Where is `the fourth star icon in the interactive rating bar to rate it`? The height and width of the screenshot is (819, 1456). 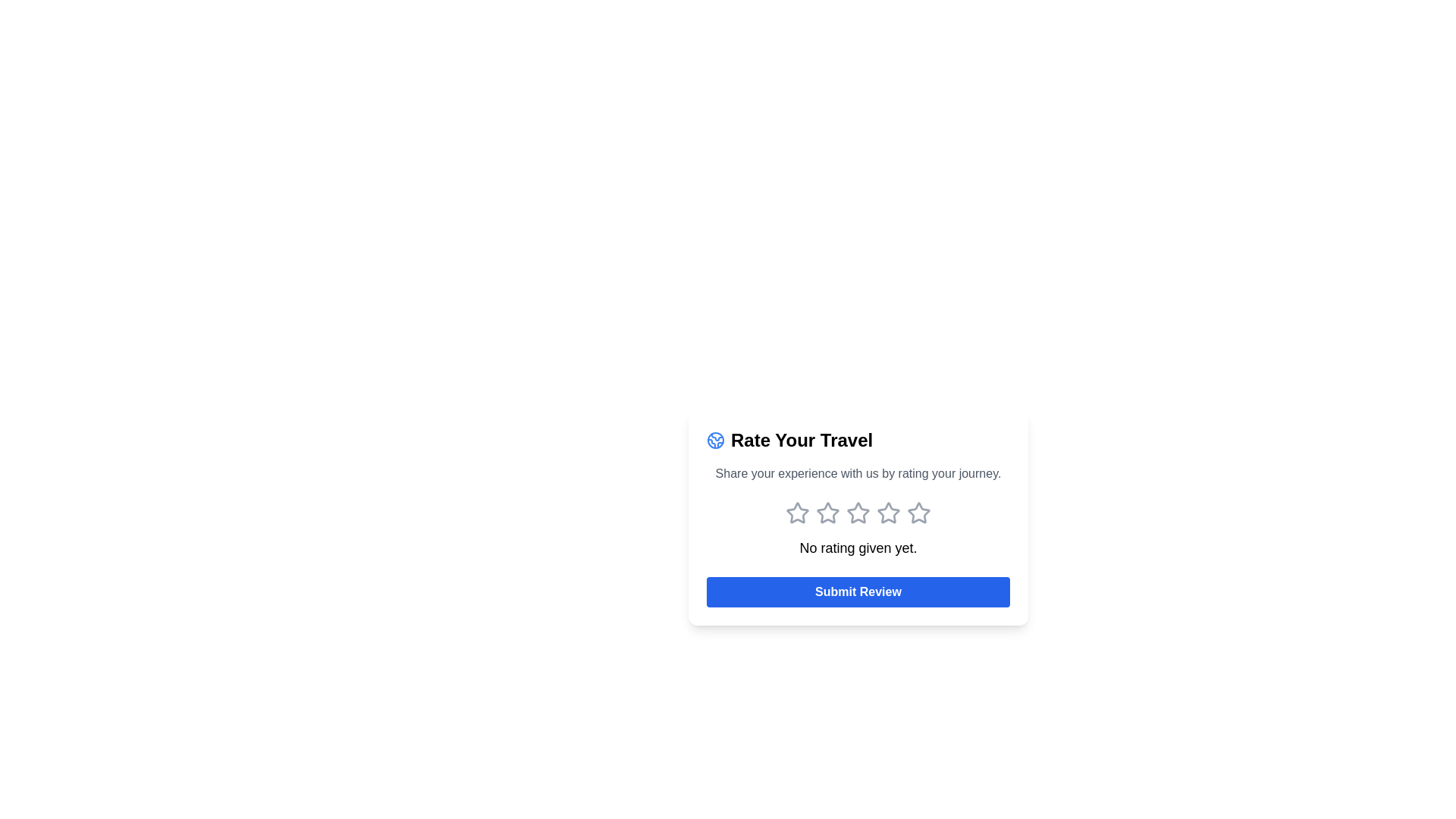 the fourth star icon in the interactive rating bar to rate it is located at coordinates (888, 513).